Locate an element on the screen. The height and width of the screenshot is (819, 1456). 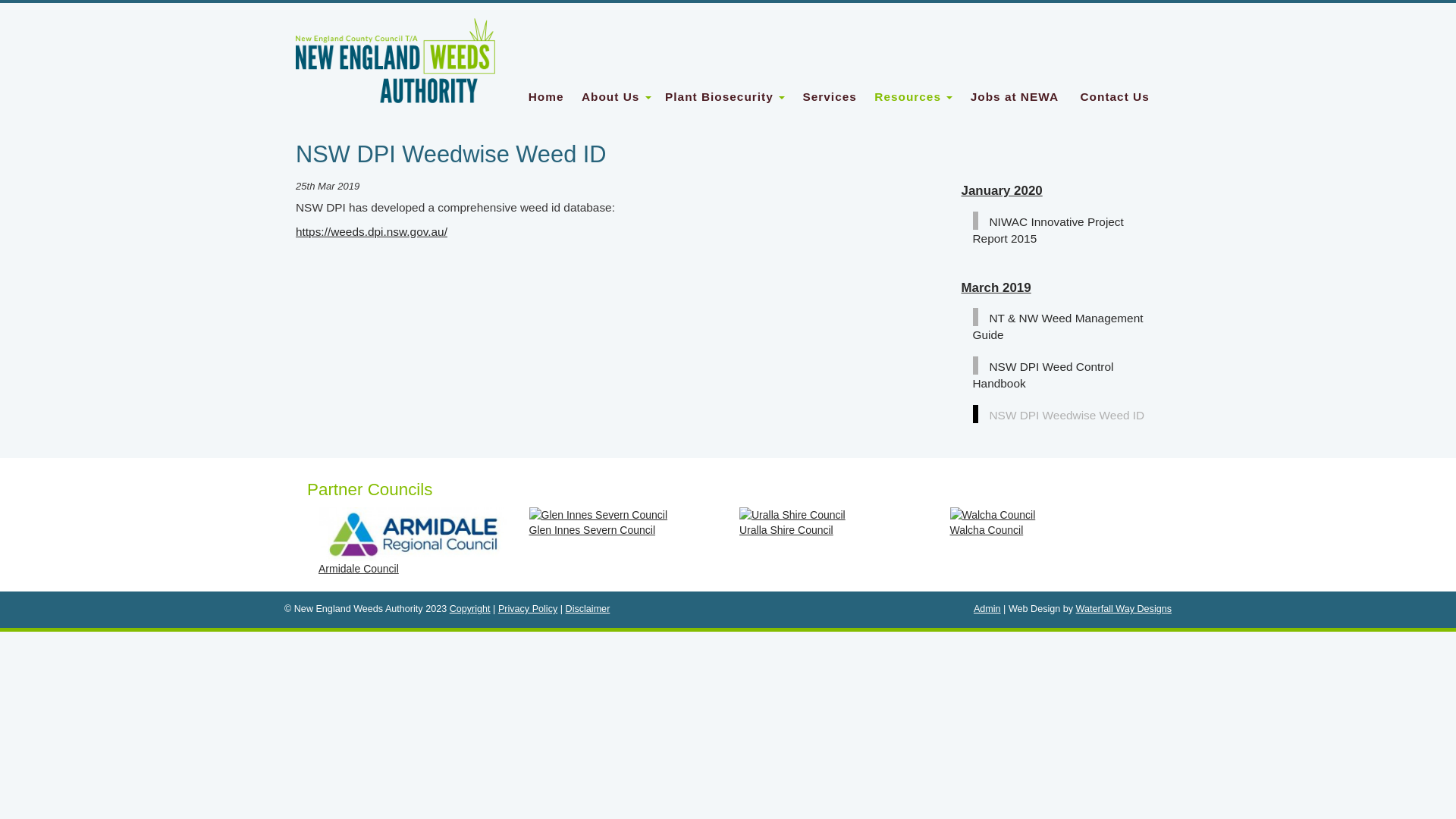
'Disclaimer' is located at coordinates (587, 607).